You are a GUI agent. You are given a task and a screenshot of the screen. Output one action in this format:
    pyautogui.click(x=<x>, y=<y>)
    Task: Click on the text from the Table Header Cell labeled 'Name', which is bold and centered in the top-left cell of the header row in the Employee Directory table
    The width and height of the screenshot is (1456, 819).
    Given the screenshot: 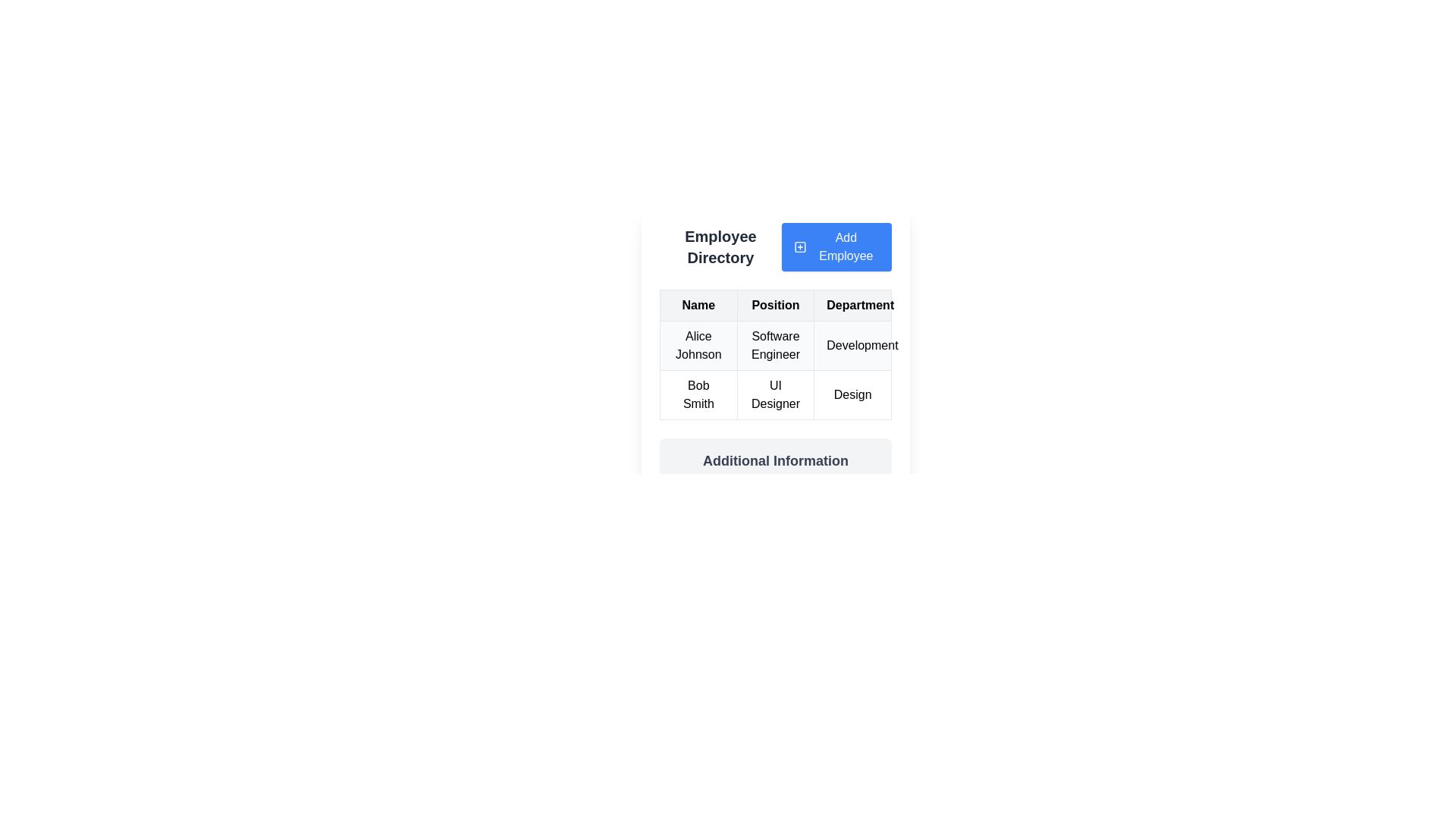 What is the action you would take?
    pyautogui.click(x=698, y=305)
    